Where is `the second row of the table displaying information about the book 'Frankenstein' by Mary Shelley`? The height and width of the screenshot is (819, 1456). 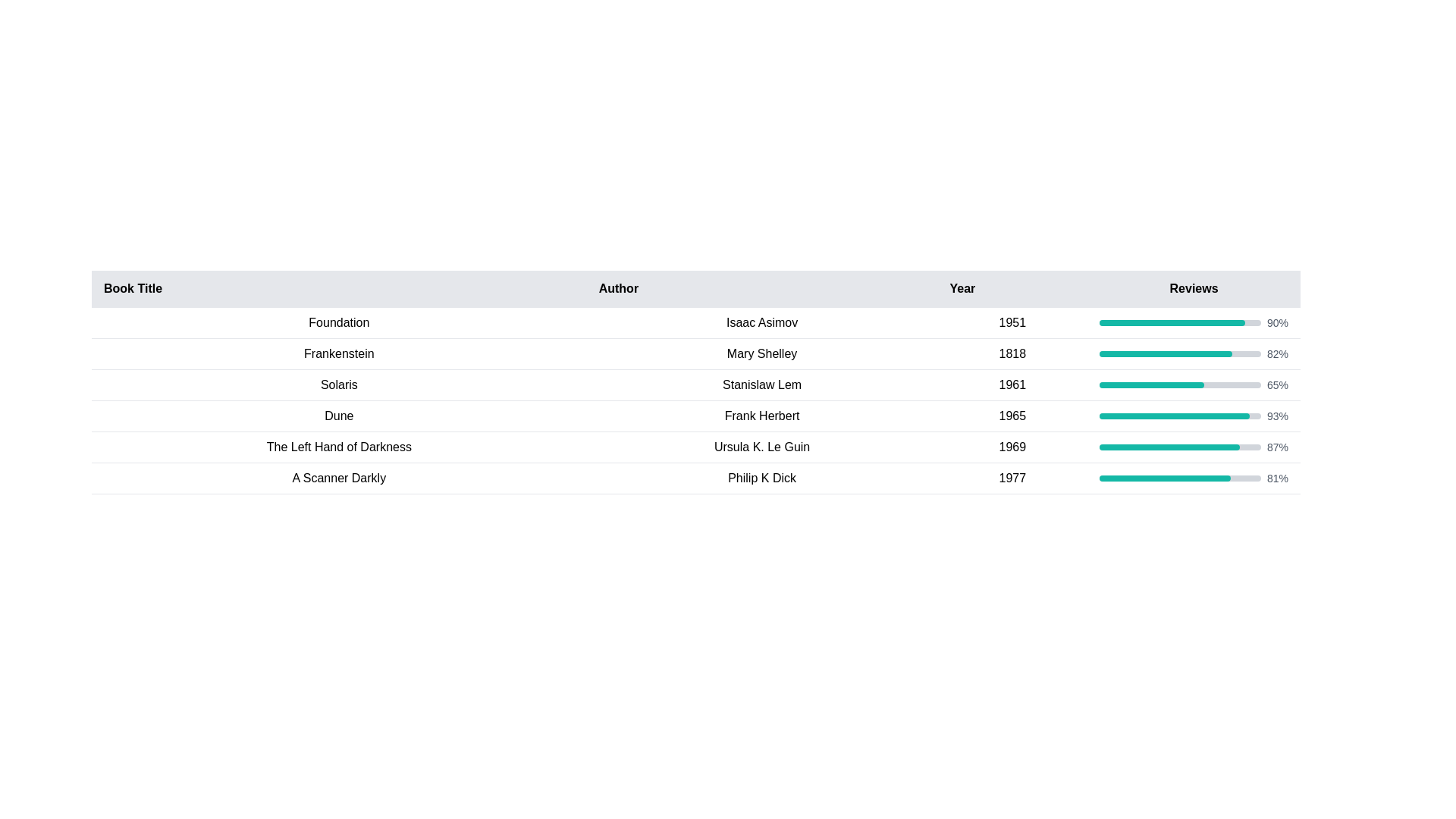
the second row of the table displaying information about the book 'Frankenstein' by Mary Shelley is located at coordinates (695, 353).